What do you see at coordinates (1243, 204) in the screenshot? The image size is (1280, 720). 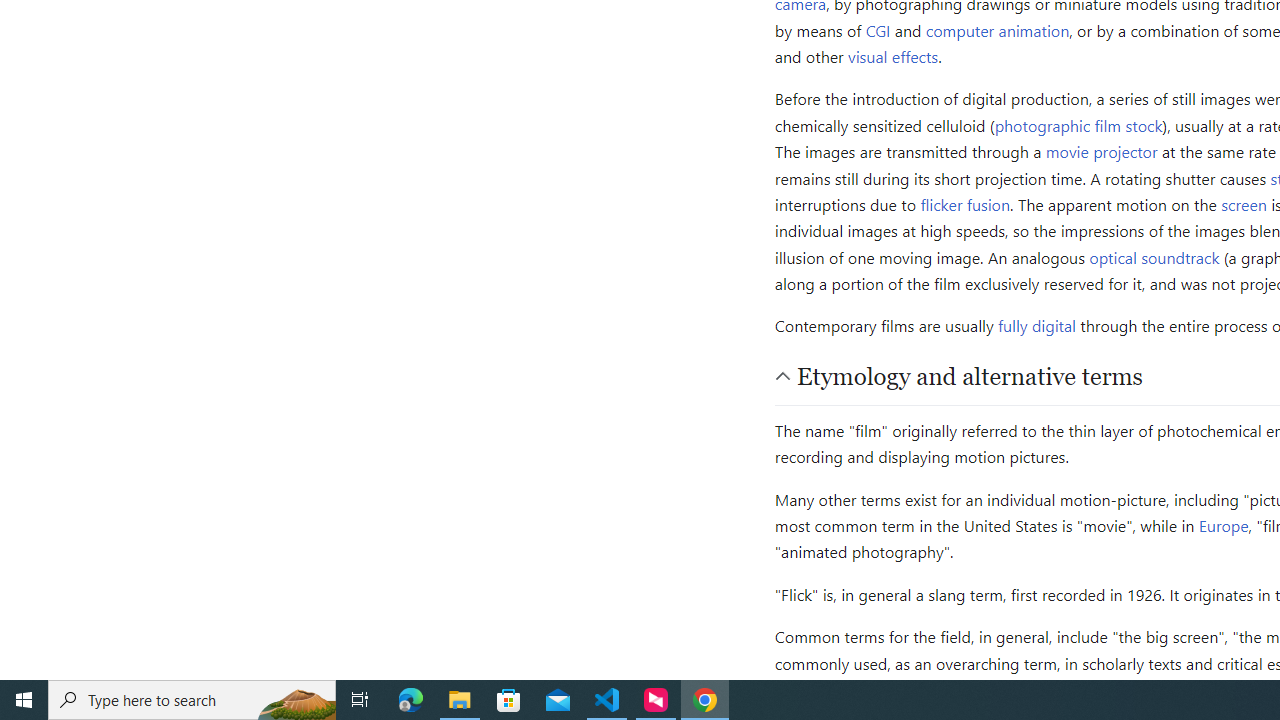 I see `'screen'` at bounding box center [1243, 204].